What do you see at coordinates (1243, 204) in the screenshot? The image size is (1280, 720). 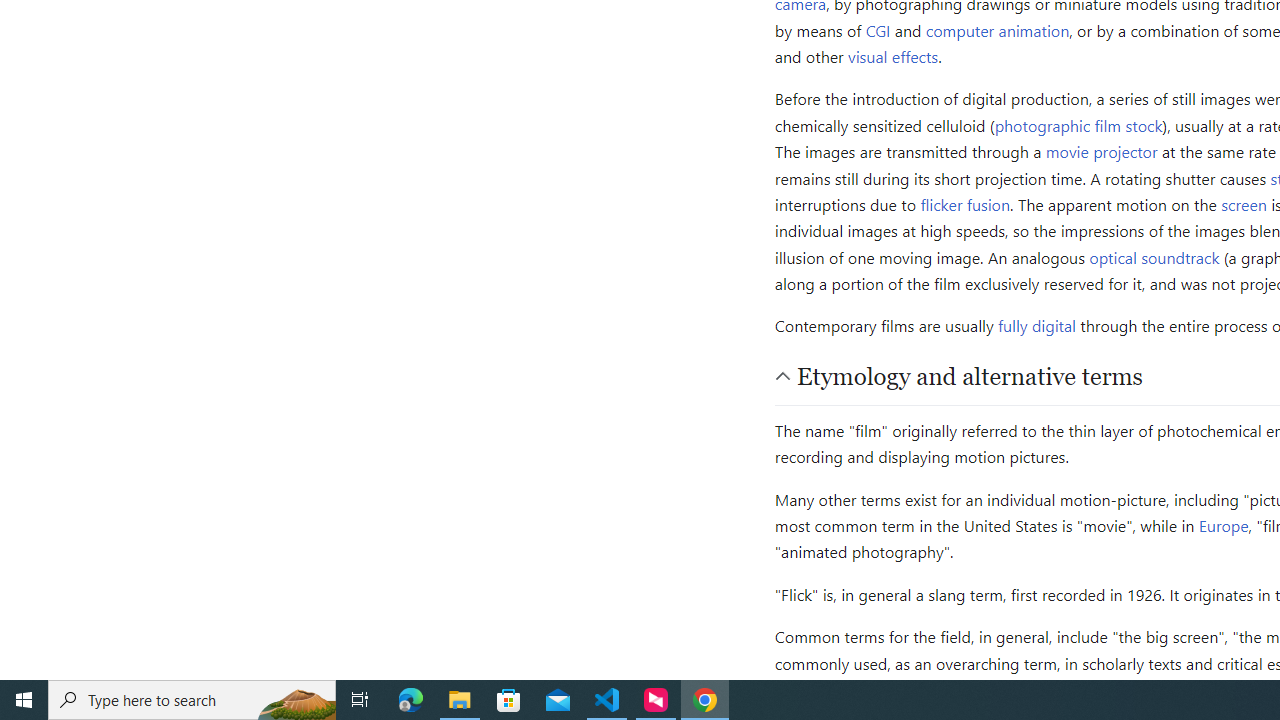 I see `'screen'` at bounding box center [1243, 204].